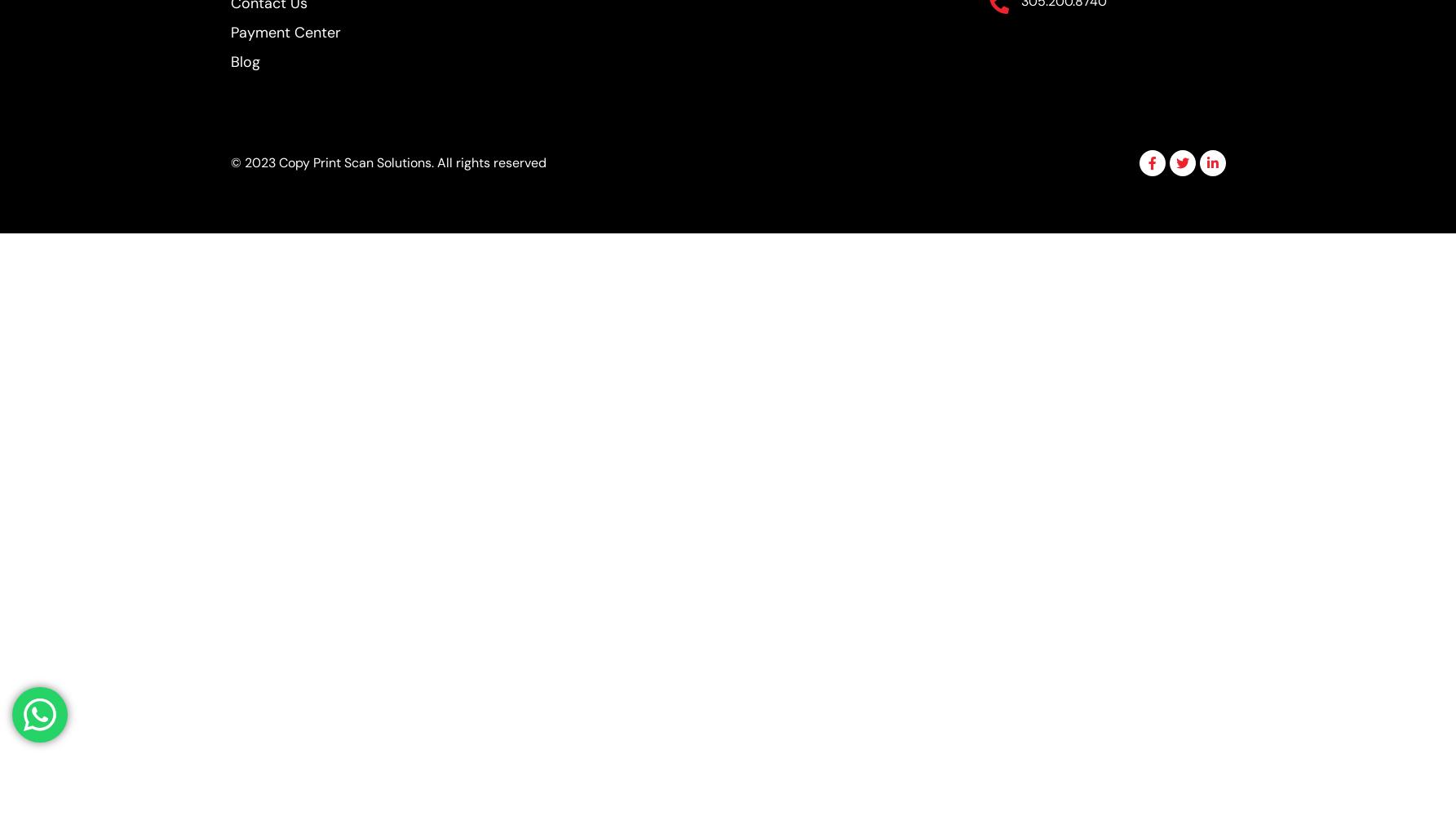 This screenshot has height=816, width=1456. What do you see at coordinates (653, 254) in the screenshot?
I see `'Custom fields'` at bounding box center [653, 254].